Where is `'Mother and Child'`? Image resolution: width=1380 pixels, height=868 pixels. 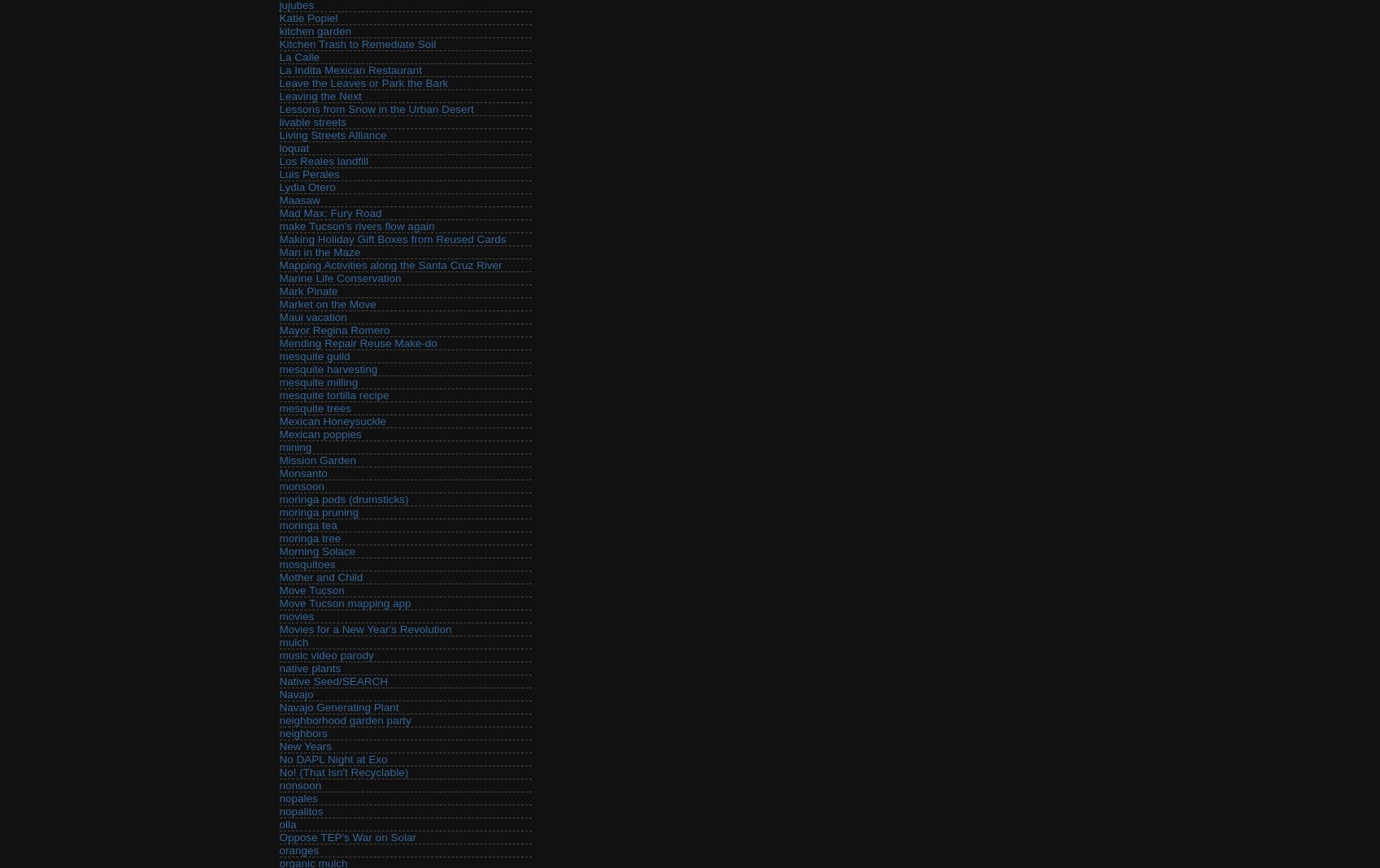 'Mother and Child' is located at coordinates (320, 577).